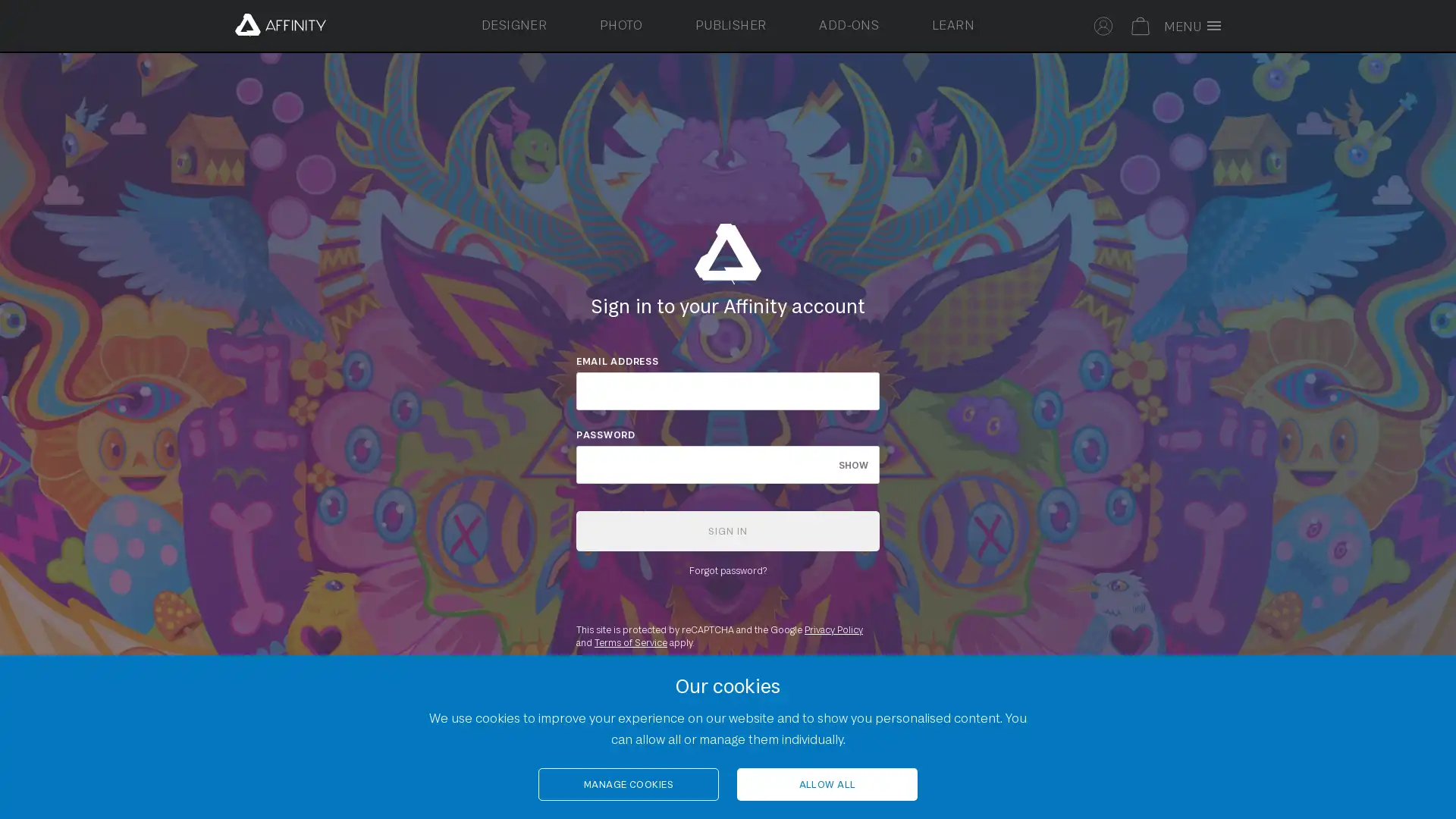 This screenshot has height=819, width=1456. Describe the element at coordinates (826, 784) in the screenshot. I see `ALLOW ALL` at that location.